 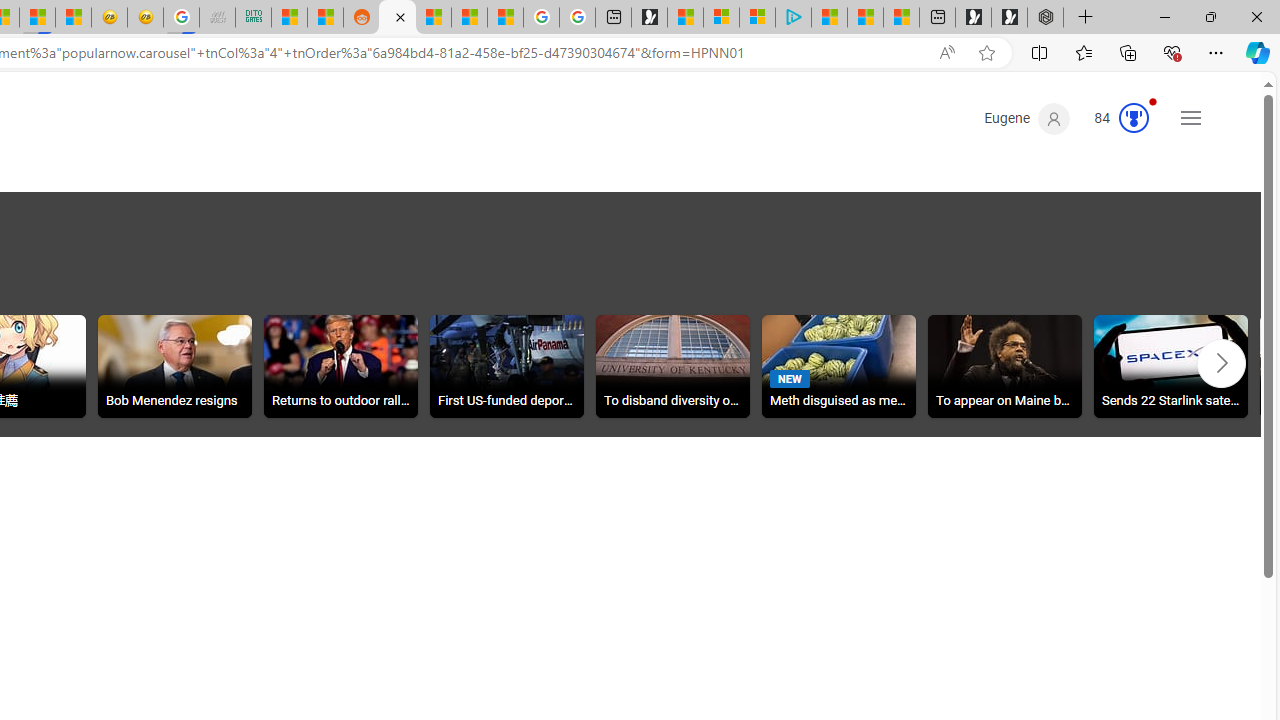 I want to click on 'Utah sues federal government - Search', so click(x=397, y=17).